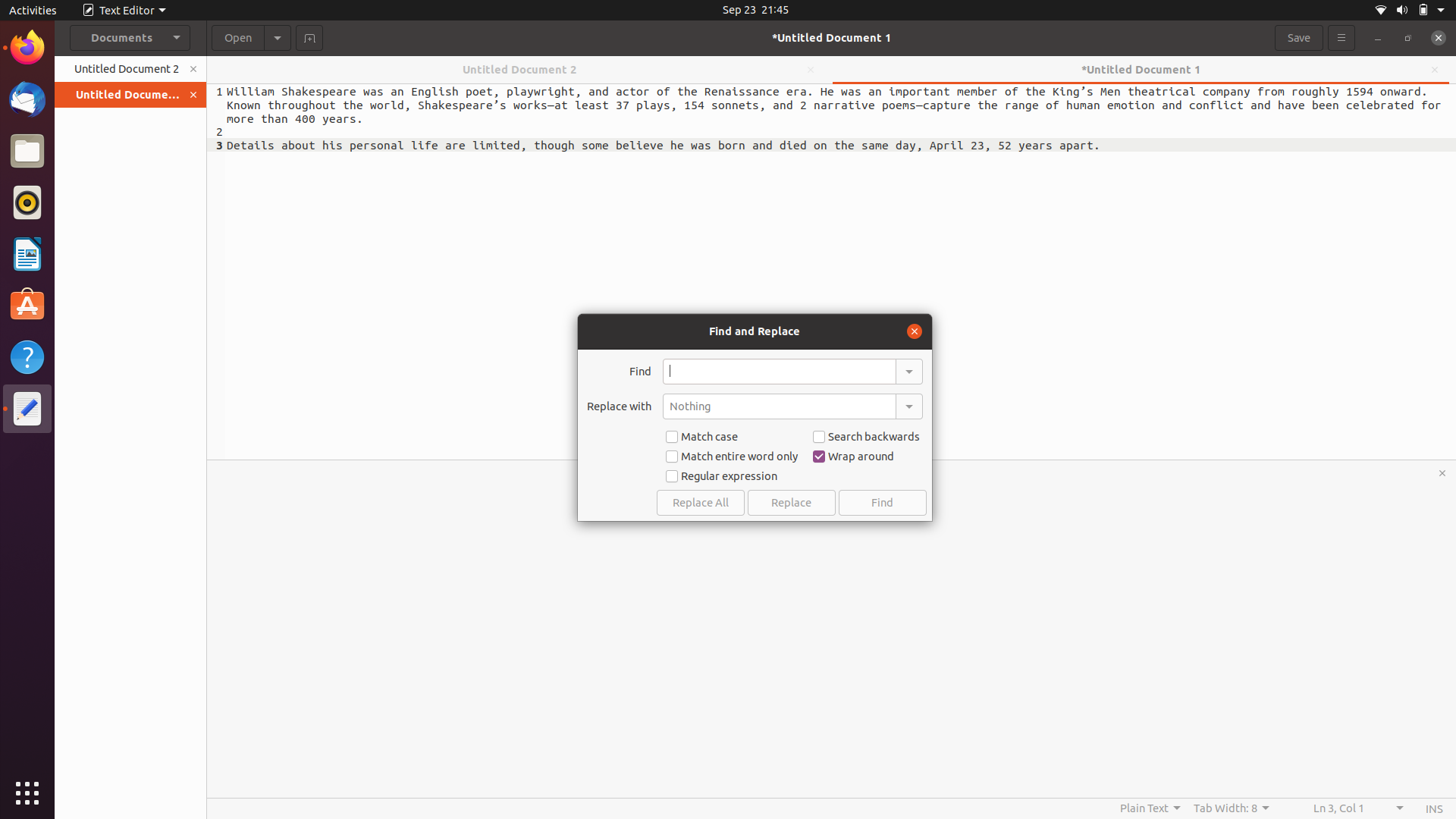 The width and height of the screenshot is (1456, 819). What do you see at coordinates (779, 371) in the screenshot?
I see `Substitute the last instance of the term "have" with "are` at bounding box center [779, 371].